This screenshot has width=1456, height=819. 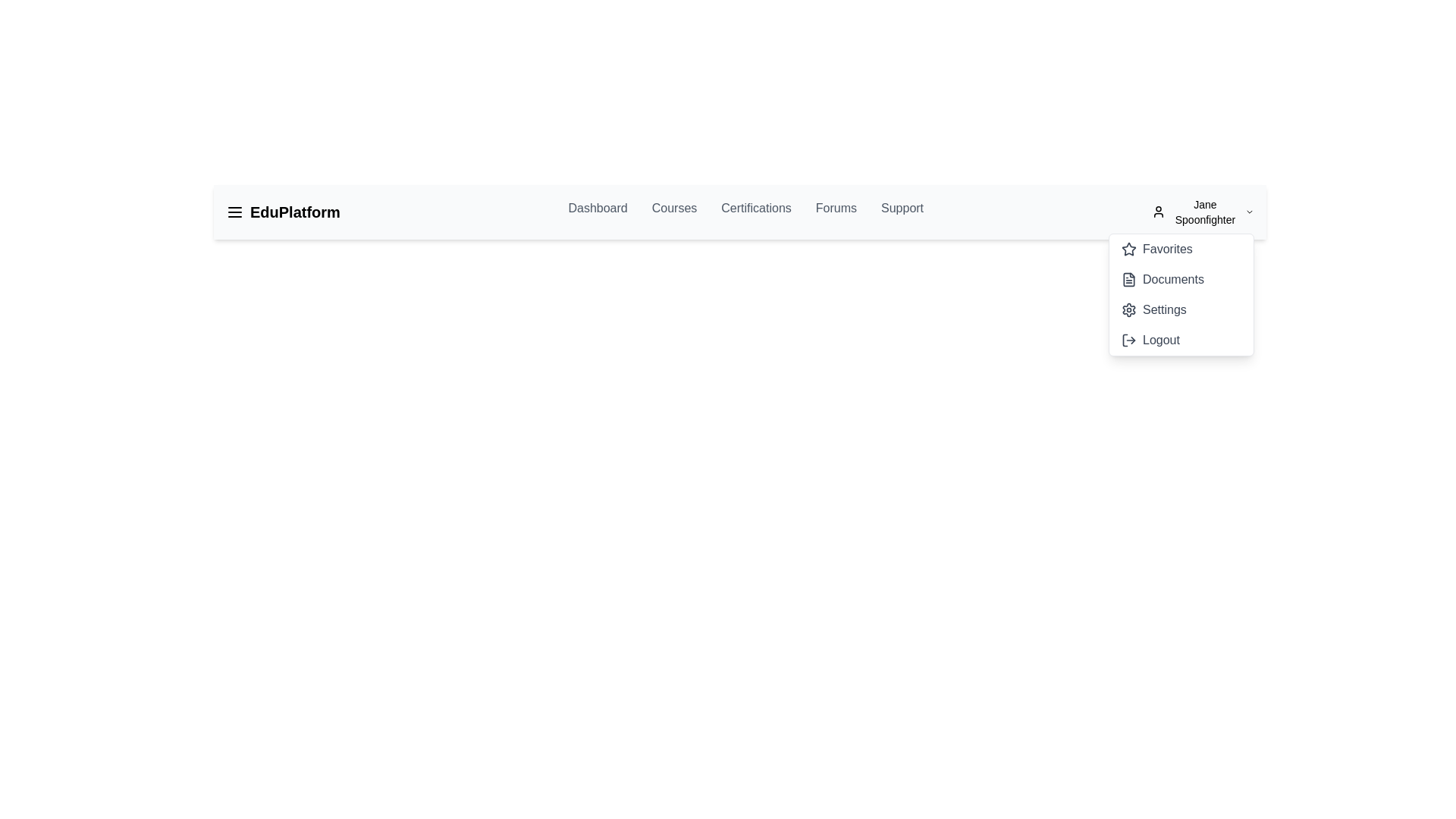 I want to click on the user profile icon, which is a small black outline figure representing a user, located in the top-right navigation bar next to the name 'Jane Spoonfighter', so click(x=1157, y=212).